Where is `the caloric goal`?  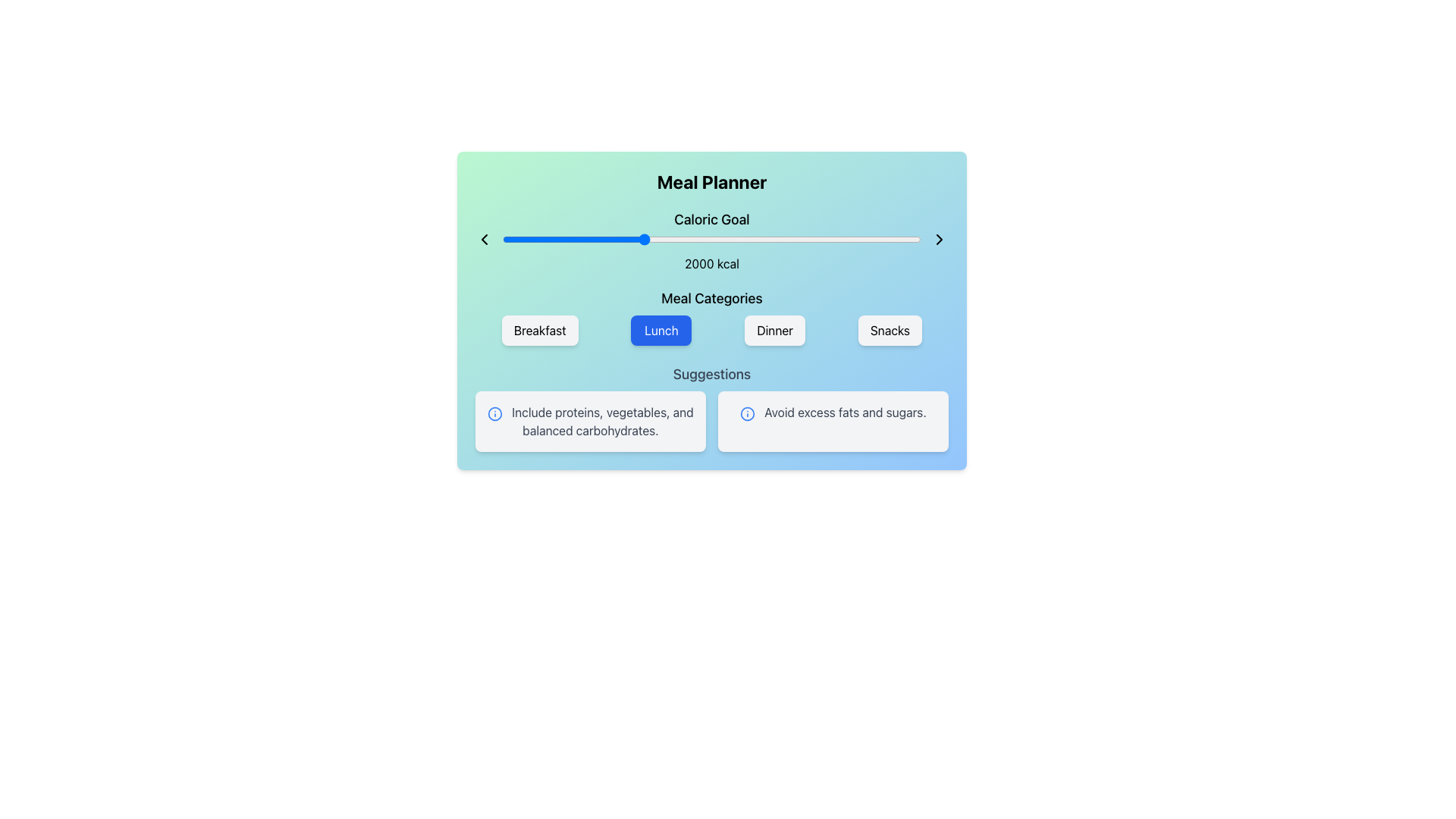
the caloric goal is located at coordinates (889, 239).